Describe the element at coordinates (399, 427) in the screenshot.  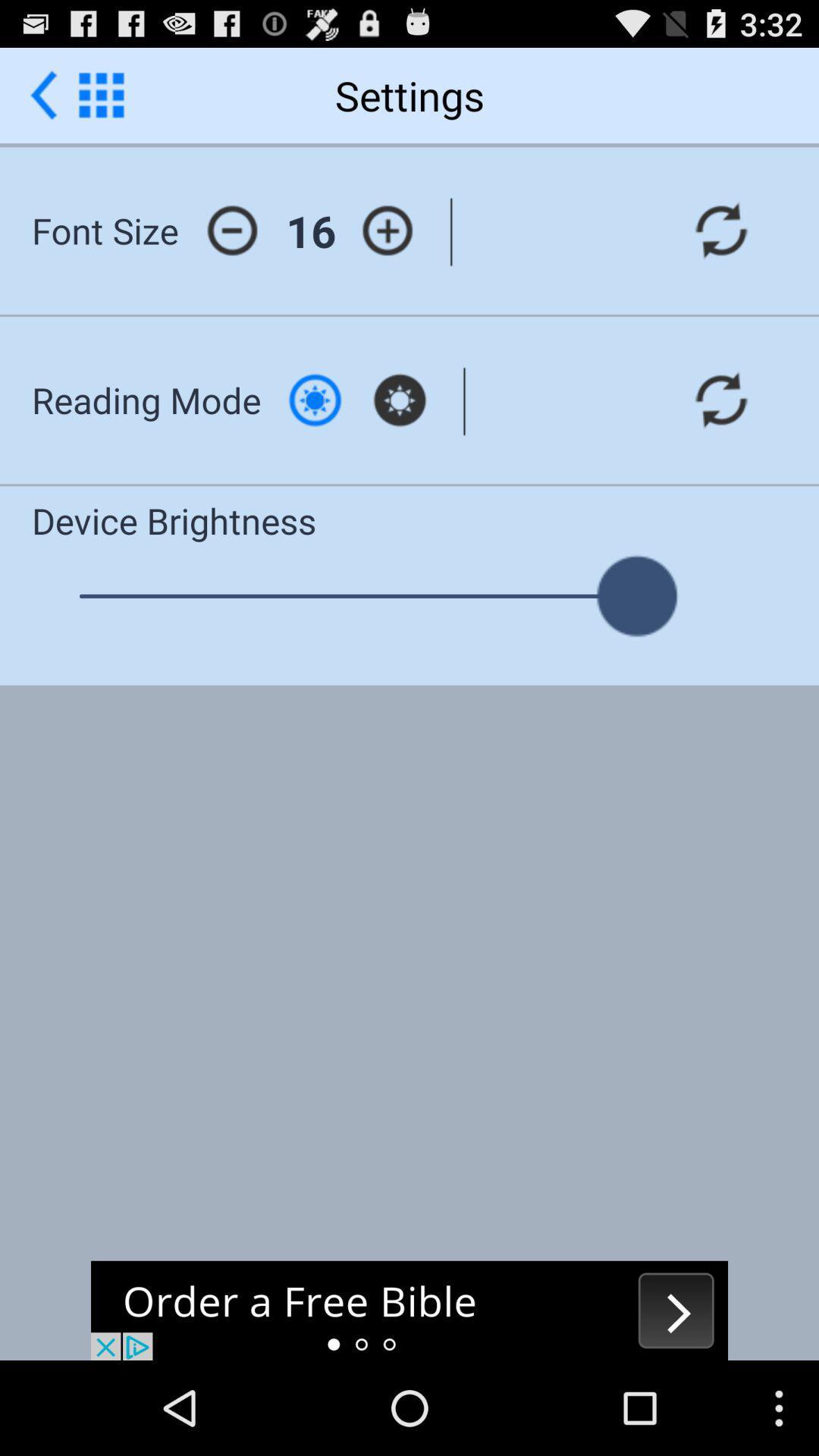
I see `the star icon` at that location.